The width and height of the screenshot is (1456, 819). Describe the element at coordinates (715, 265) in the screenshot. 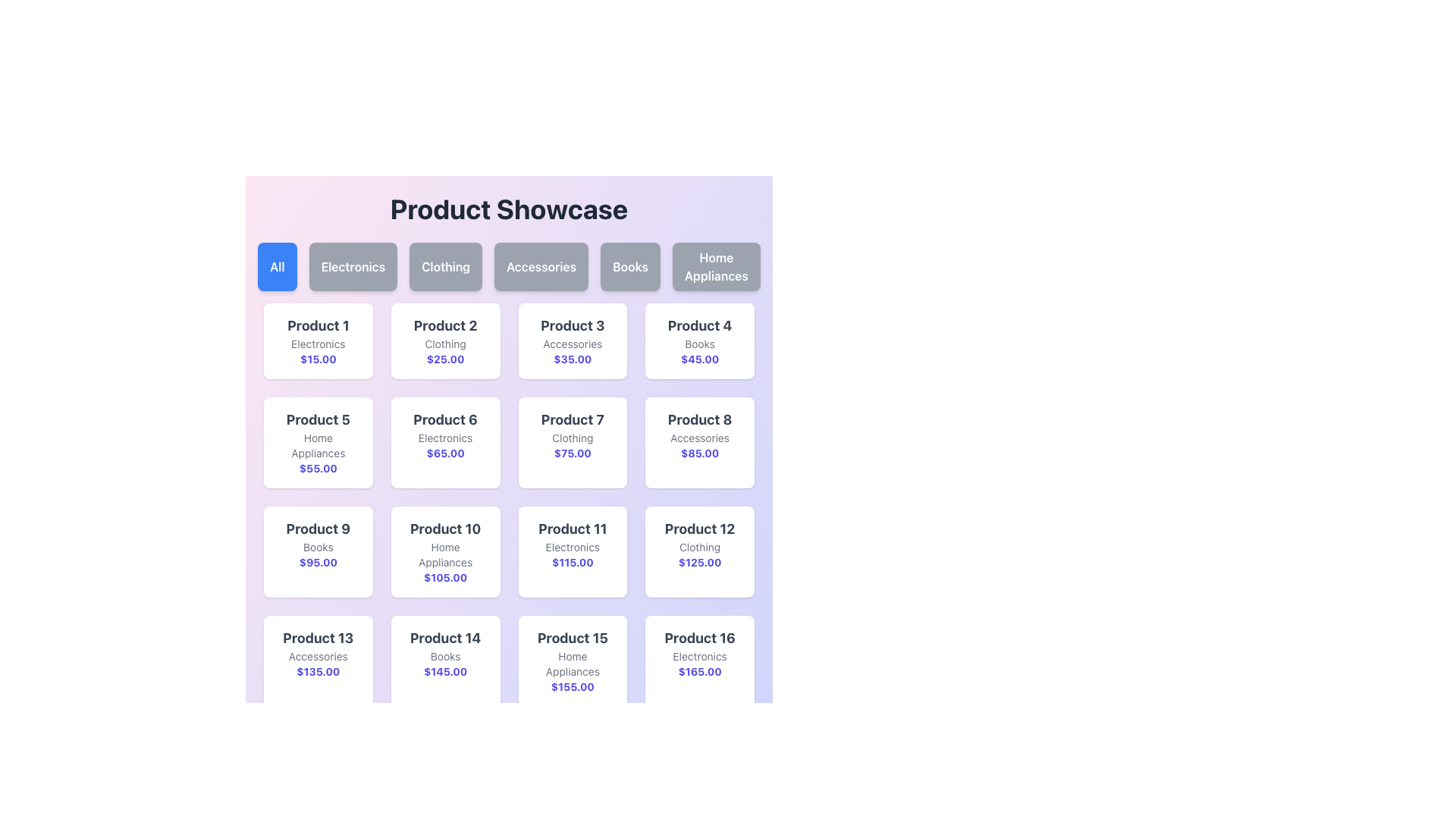

I see `the 'Home Appliances' button, which is the last button in a horizontally aligned group located under 'Product Showcase'` at that location.